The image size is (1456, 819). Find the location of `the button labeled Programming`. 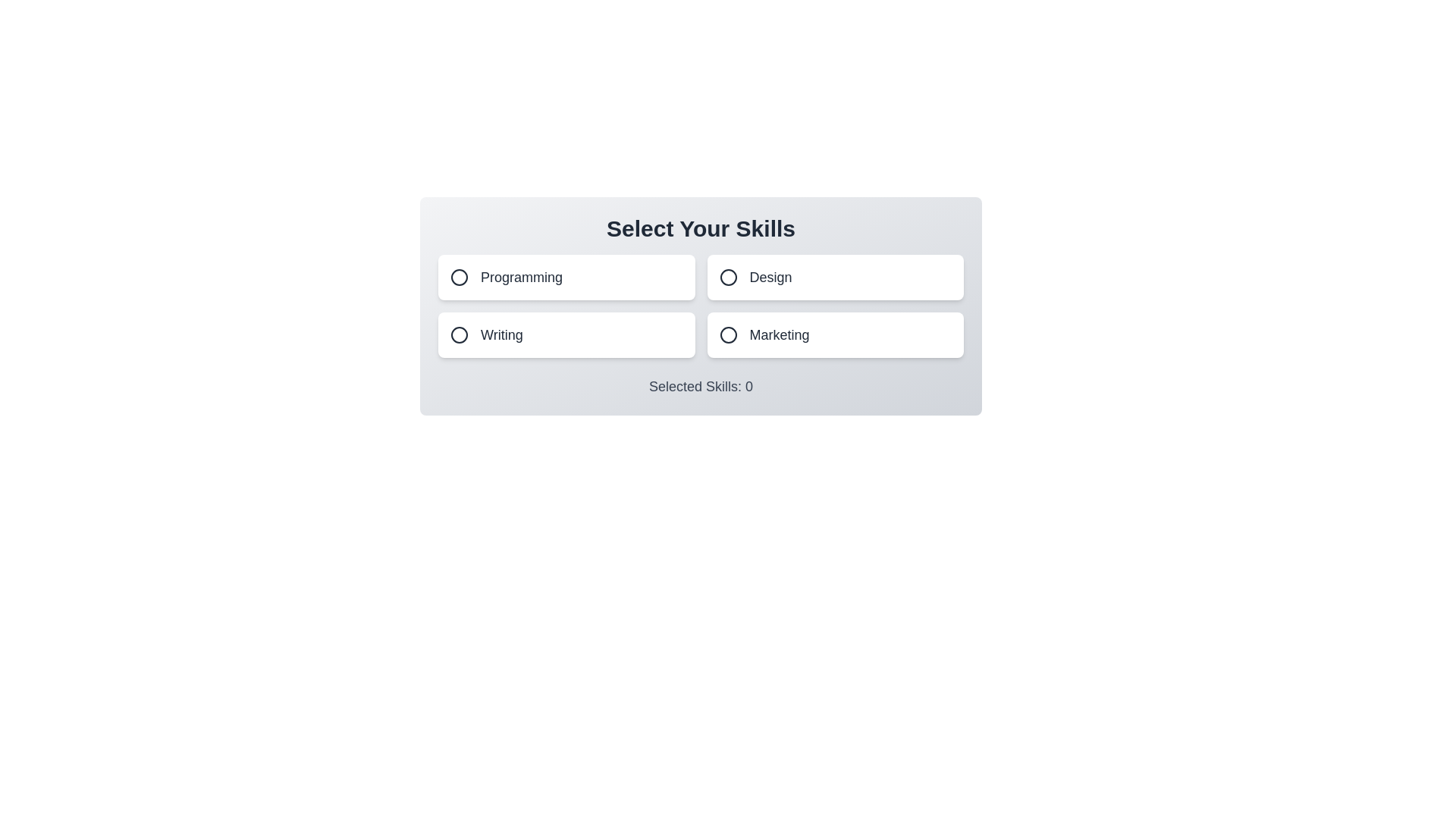

the button labeled Programming is located at coordinates (566, 278).